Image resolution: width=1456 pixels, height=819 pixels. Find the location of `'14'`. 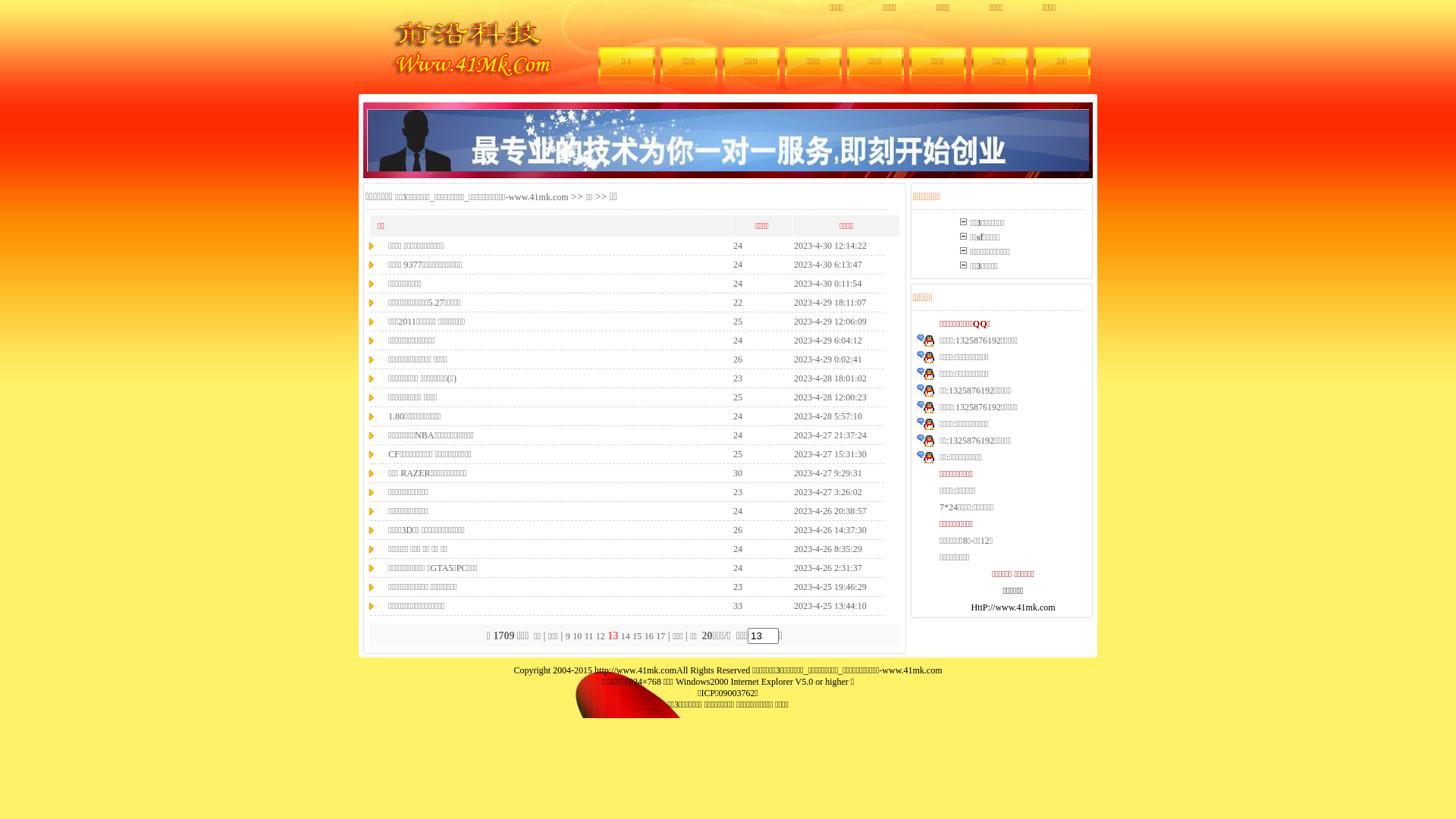

'14' is located at coordinates (626, 636).